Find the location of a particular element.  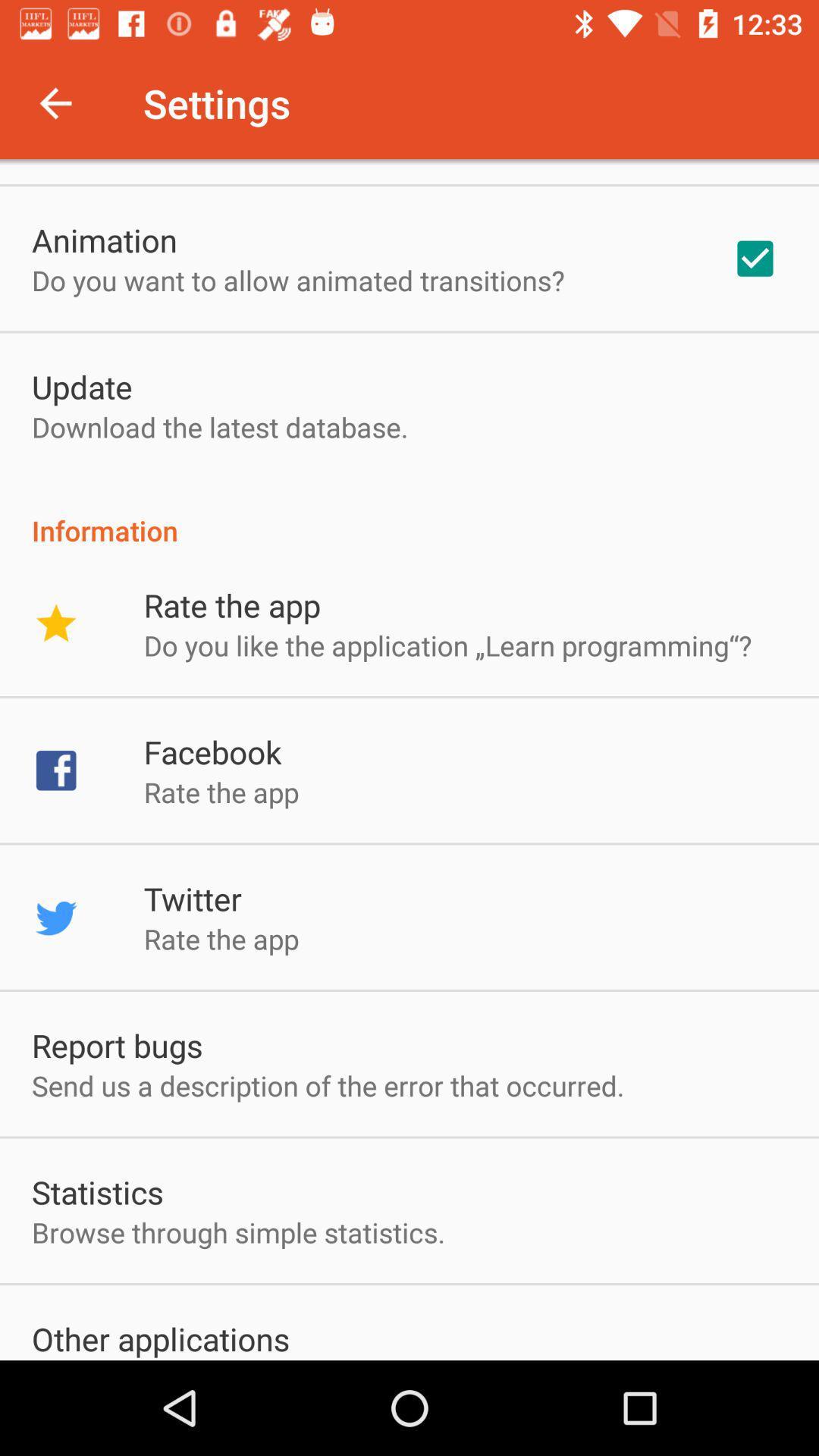

send us a item is located at coordinates (327, 1084).